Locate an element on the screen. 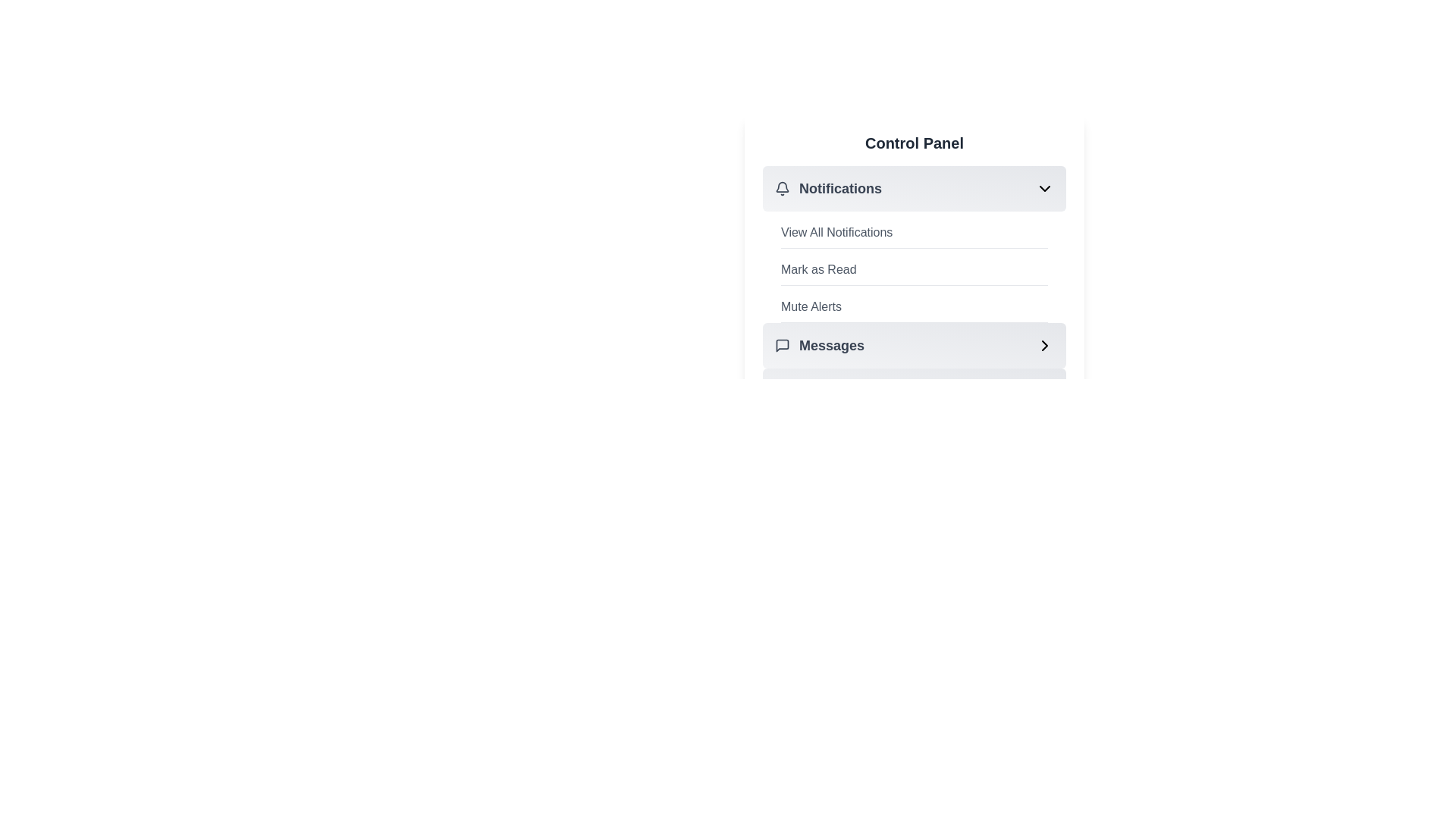 This screenshot has width=1456, height=819. the 'View All Notifications' text label located beneath the Notifications heading in the control panel interface is located at coordinates (836, 233).